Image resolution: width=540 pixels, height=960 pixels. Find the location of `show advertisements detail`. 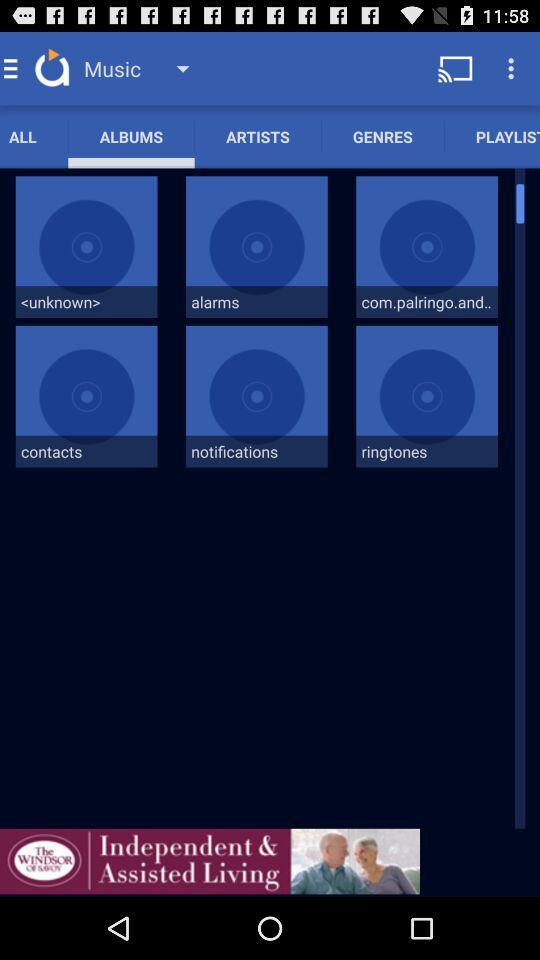

show advertisements detail is located at coordinates (209, 860).